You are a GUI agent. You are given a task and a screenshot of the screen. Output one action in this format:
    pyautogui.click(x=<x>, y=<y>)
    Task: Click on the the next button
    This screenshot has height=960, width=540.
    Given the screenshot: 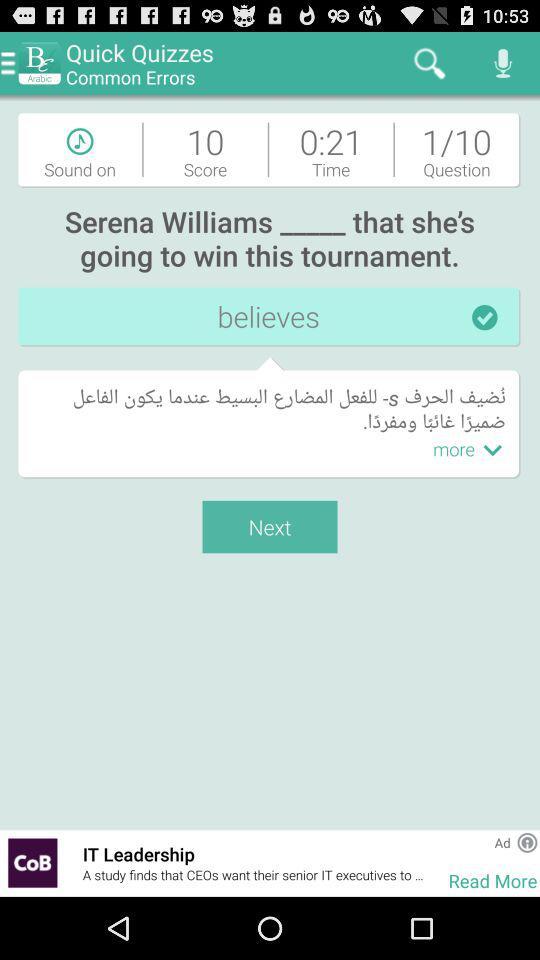 What is the action you would take?
    pyautogui.click(x=270, y=526)
    